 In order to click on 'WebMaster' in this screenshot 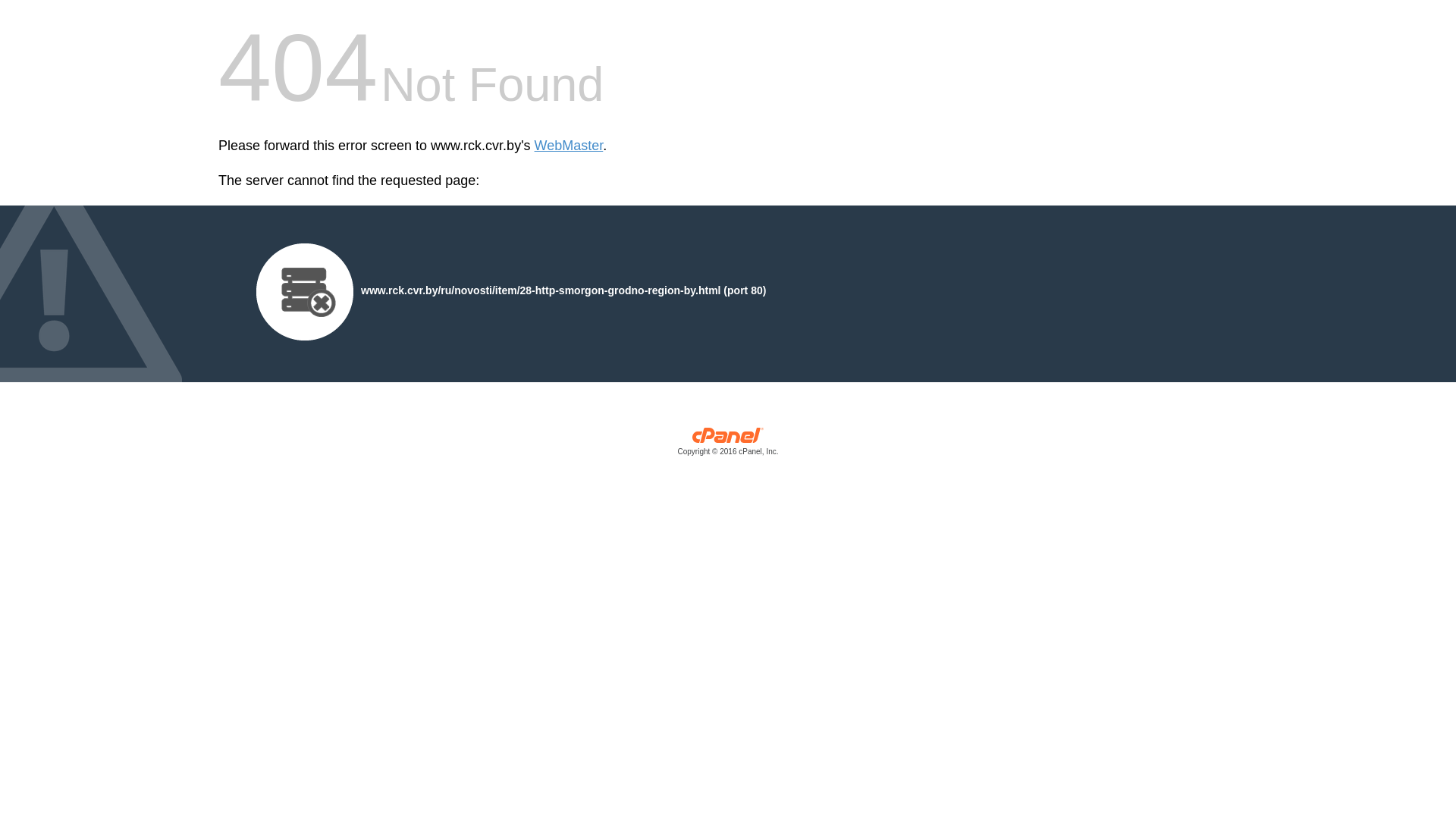, I will do `click(568, 146)`.